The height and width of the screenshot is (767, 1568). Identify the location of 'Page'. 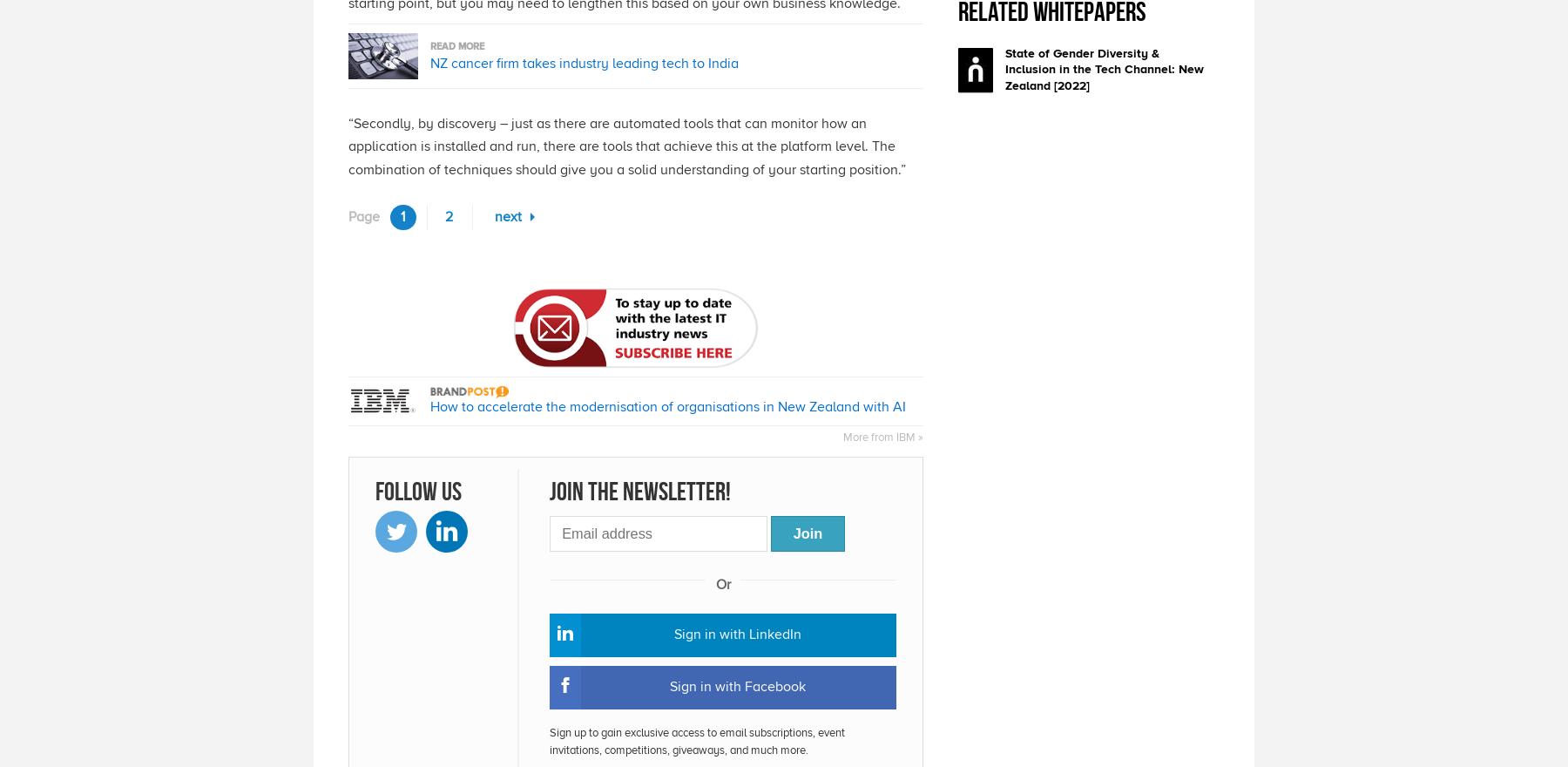
(363, 214).